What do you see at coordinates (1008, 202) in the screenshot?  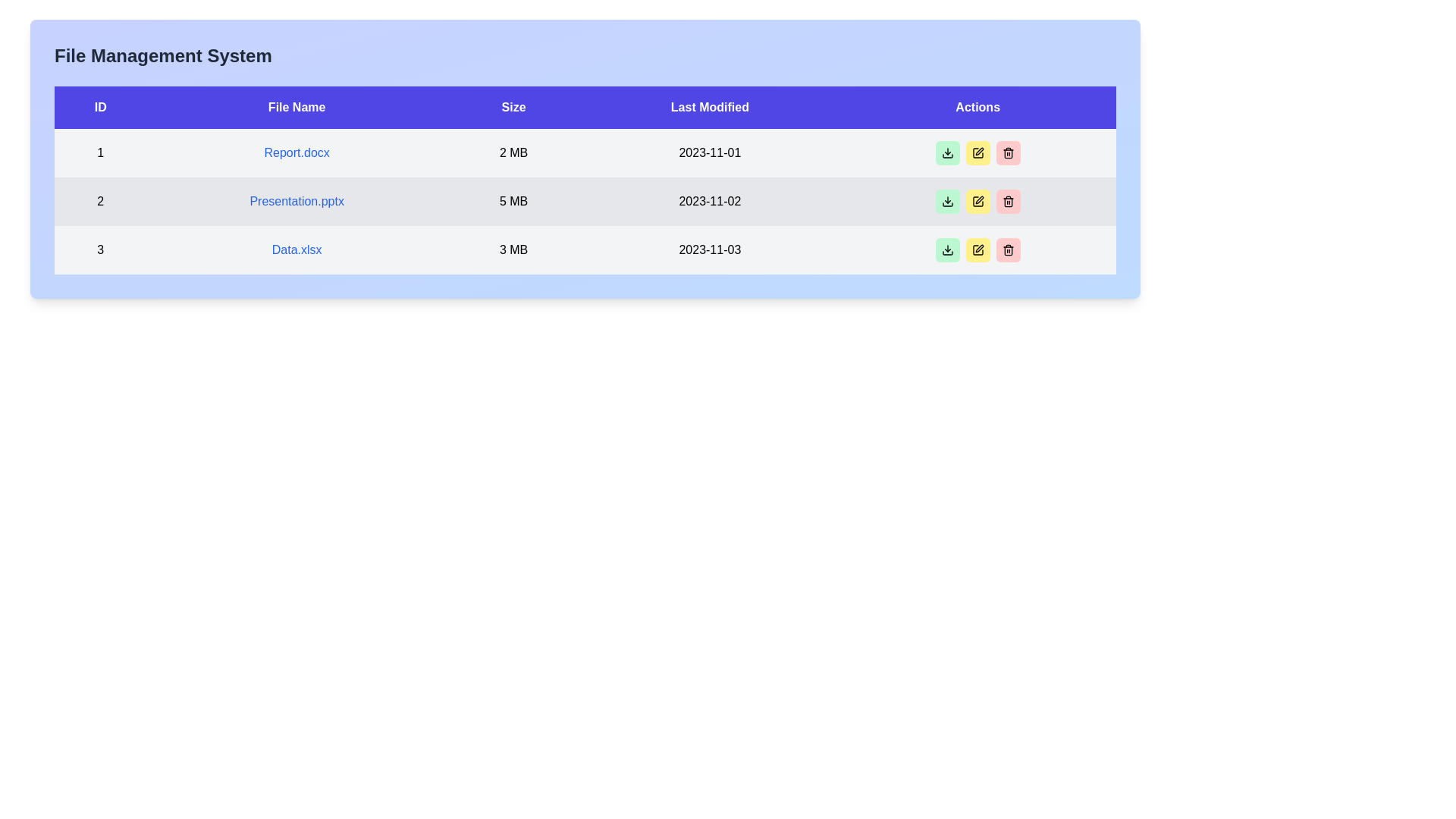 I see `the trash bin icon located in the third row under the 'Actions' column, which serves as the delete button for the file 'Data.xlsx'` at bounding box center [1008, 202].